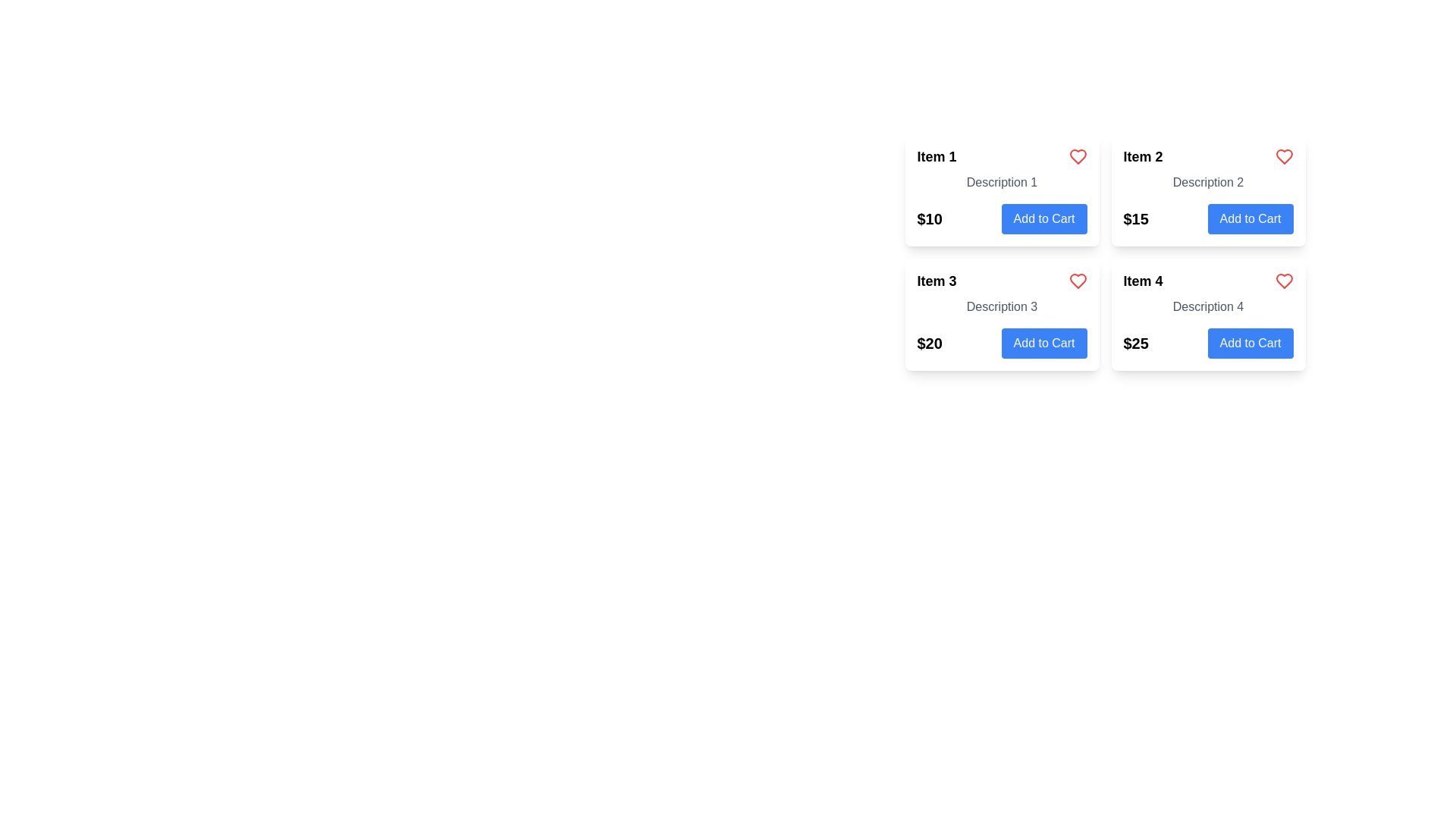  What do you see at coordinates (1207, 181) in the screenshot?
I see `the text label displaying 'Description 2' which is styled in gray and located below the title 'Item 2' within its card` at bounding box center [1207, 181].